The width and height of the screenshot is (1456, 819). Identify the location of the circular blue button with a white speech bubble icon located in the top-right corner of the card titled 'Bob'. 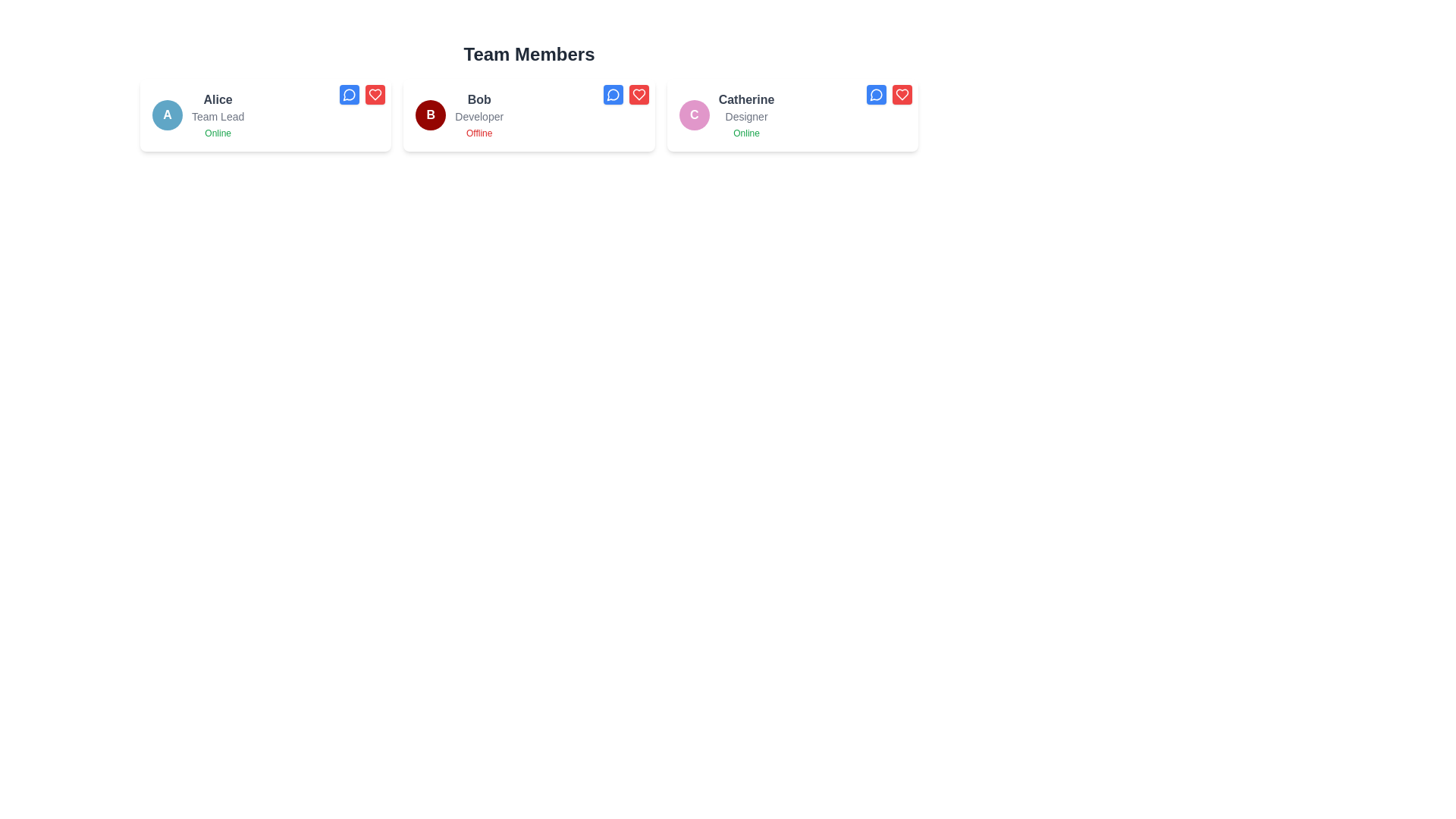
(613, 94).